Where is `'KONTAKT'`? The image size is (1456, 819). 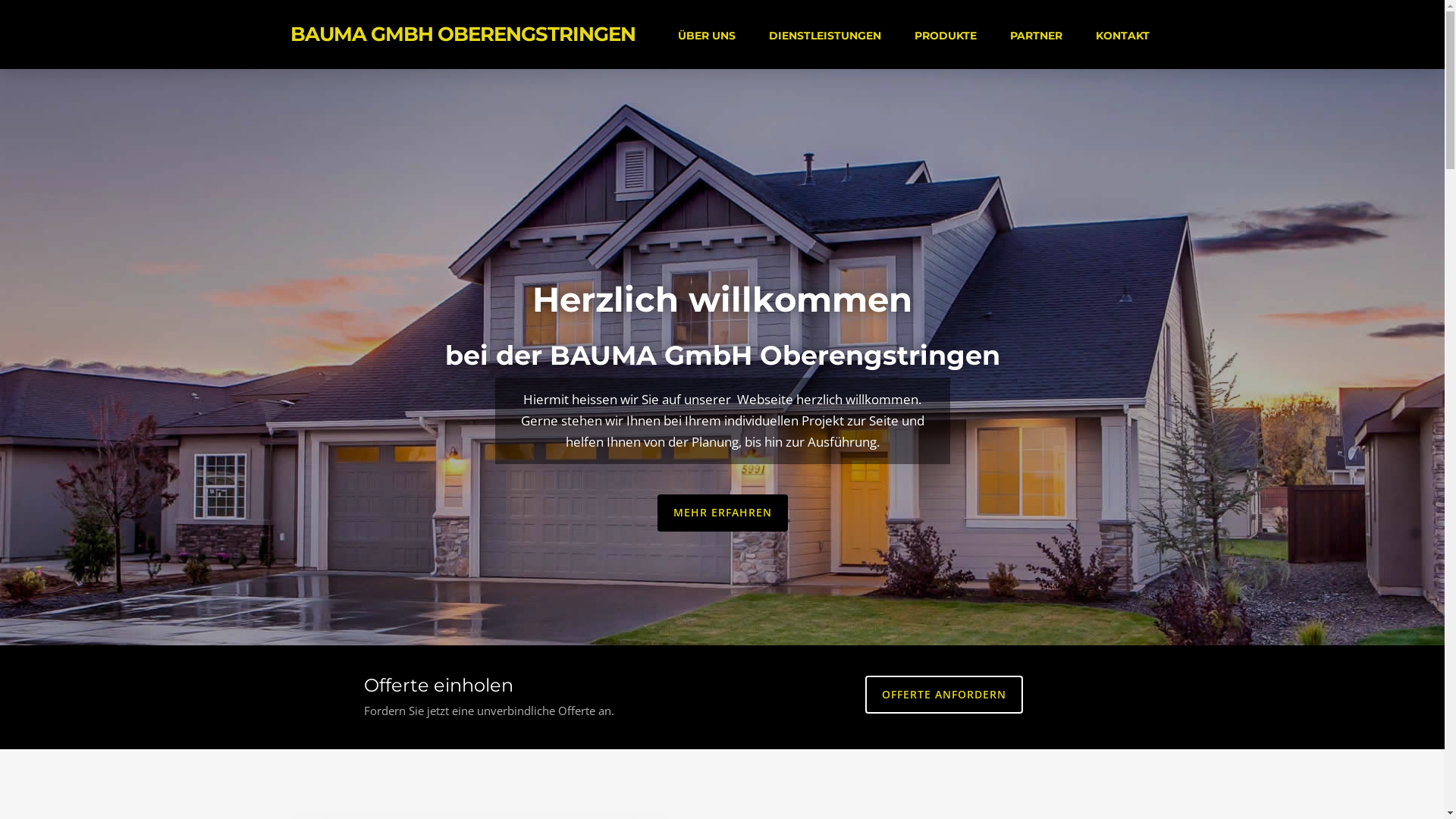 'KONTAKT' is located at coordinates (1093, 34).